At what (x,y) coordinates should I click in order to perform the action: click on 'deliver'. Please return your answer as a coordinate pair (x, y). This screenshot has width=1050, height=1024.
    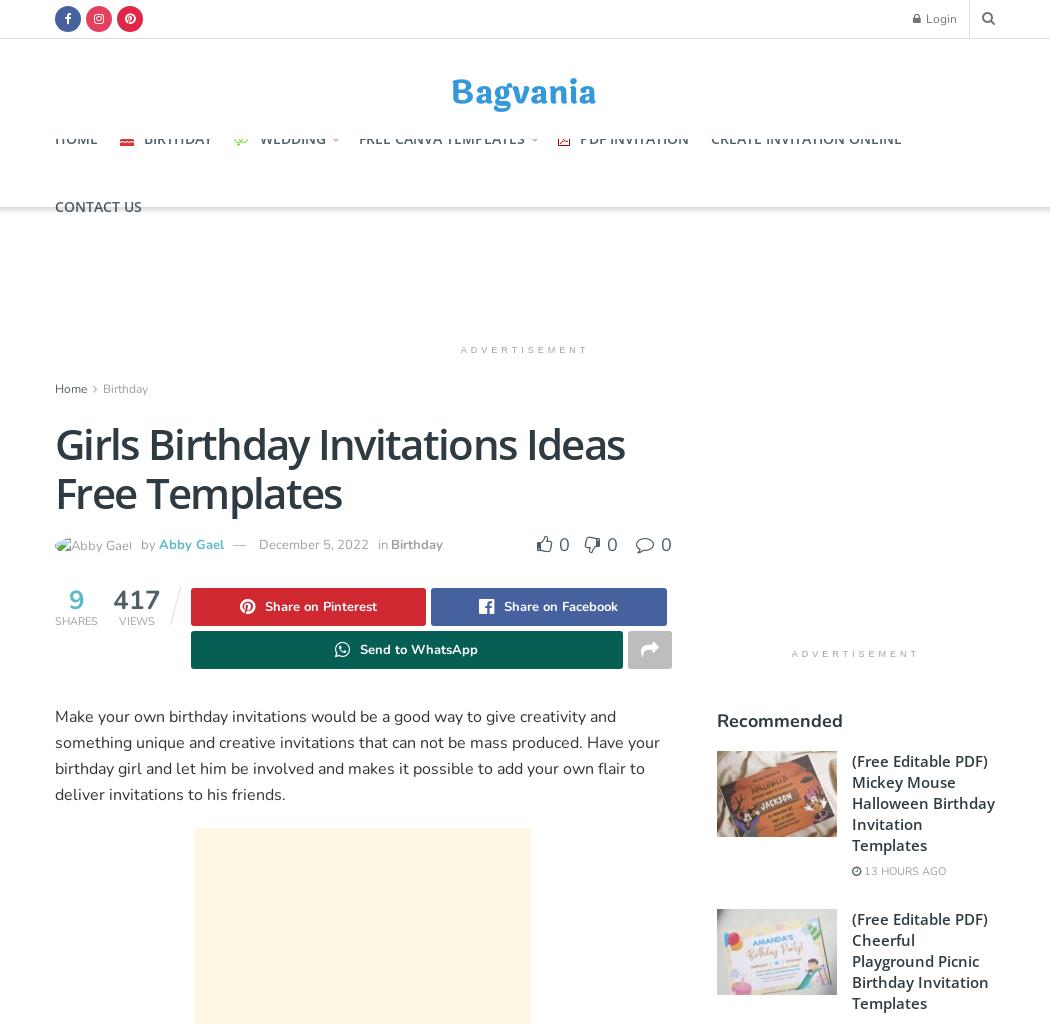
    Looking at the image, I should click on (80, 795).